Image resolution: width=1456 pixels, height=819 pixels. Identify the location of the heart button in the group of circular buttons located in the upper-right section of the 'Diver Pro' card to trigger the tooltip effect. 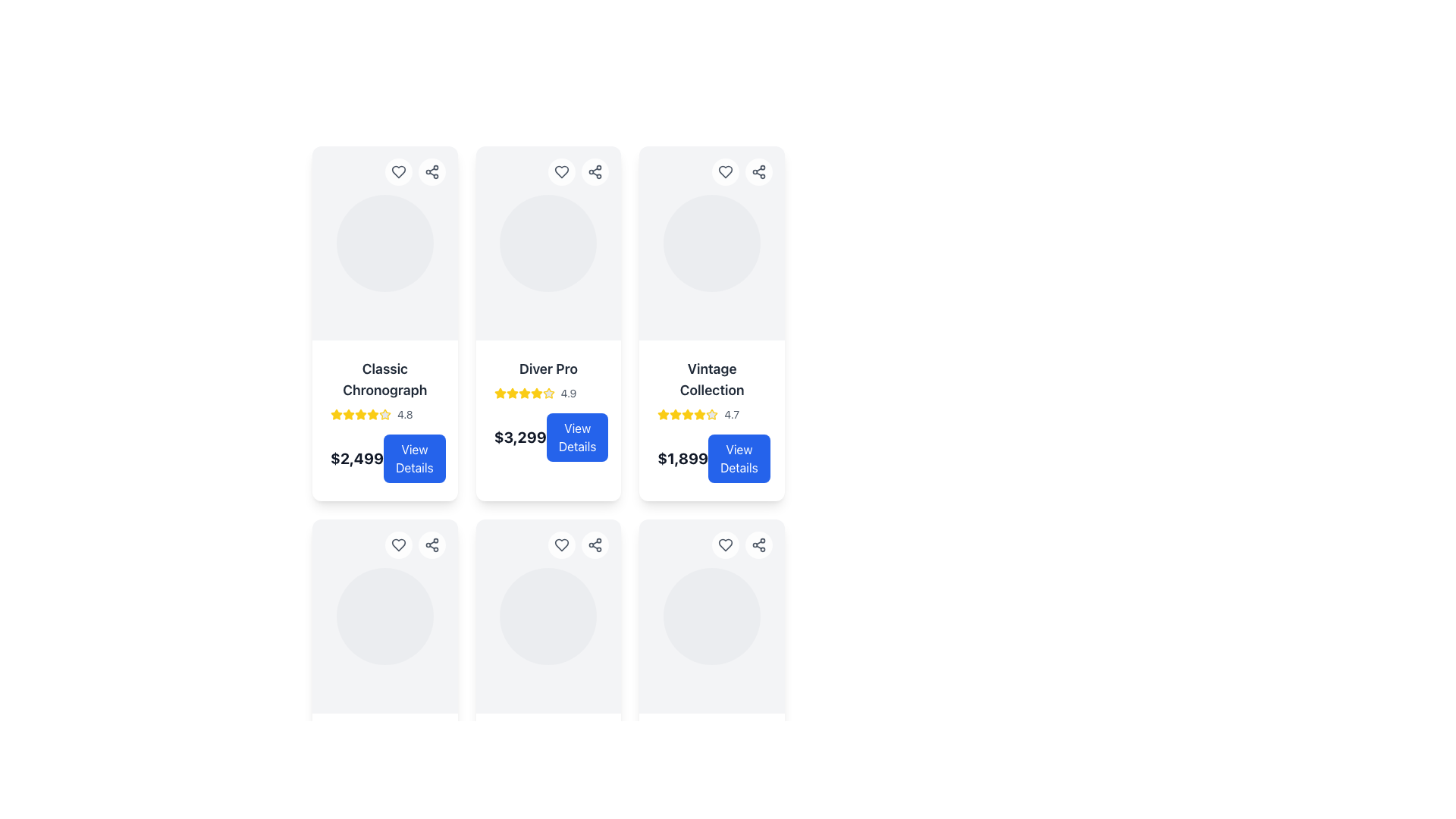
(578, 171).